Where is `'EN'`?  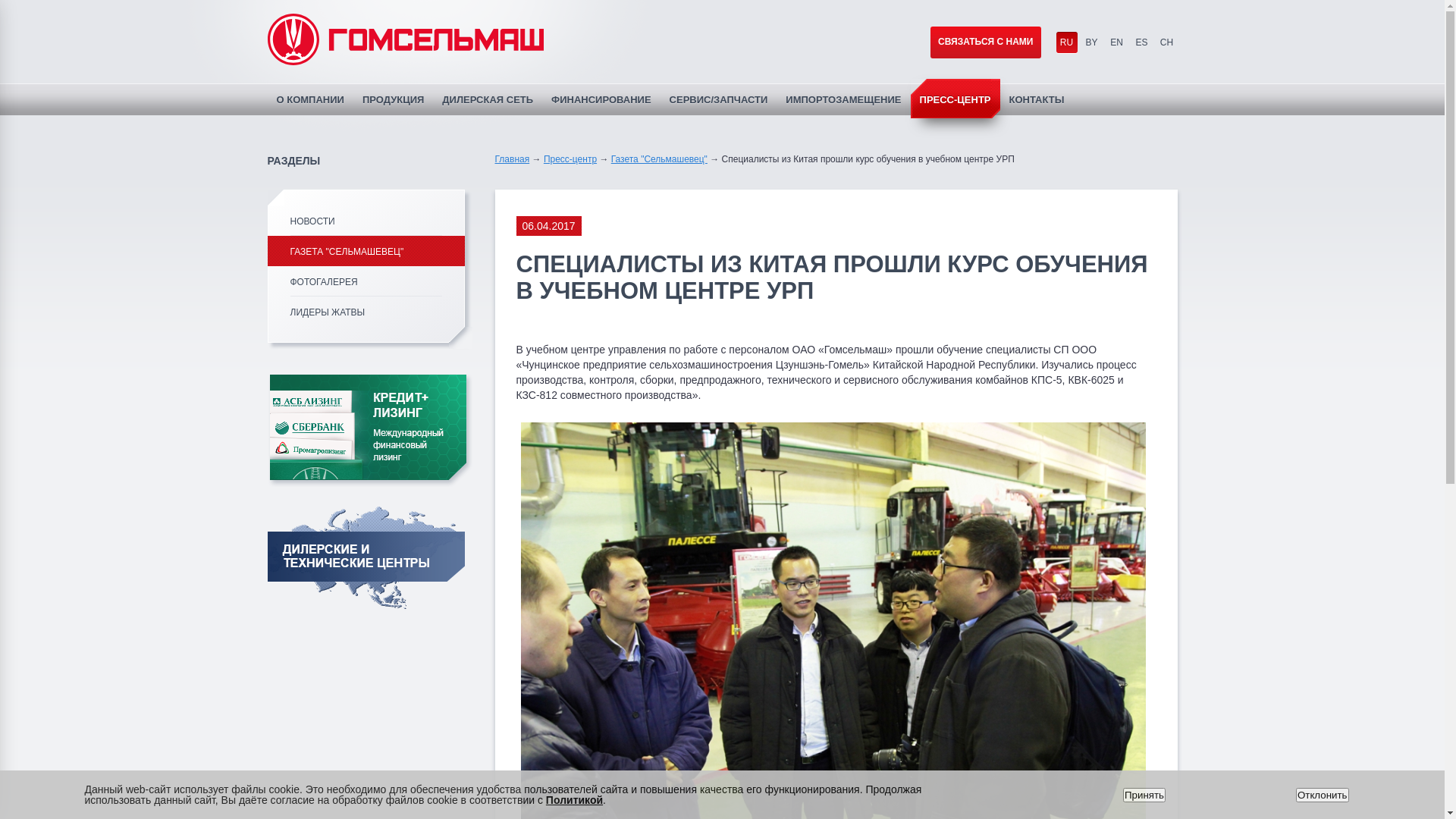
'EN' is located at coordinates (1116, 42).